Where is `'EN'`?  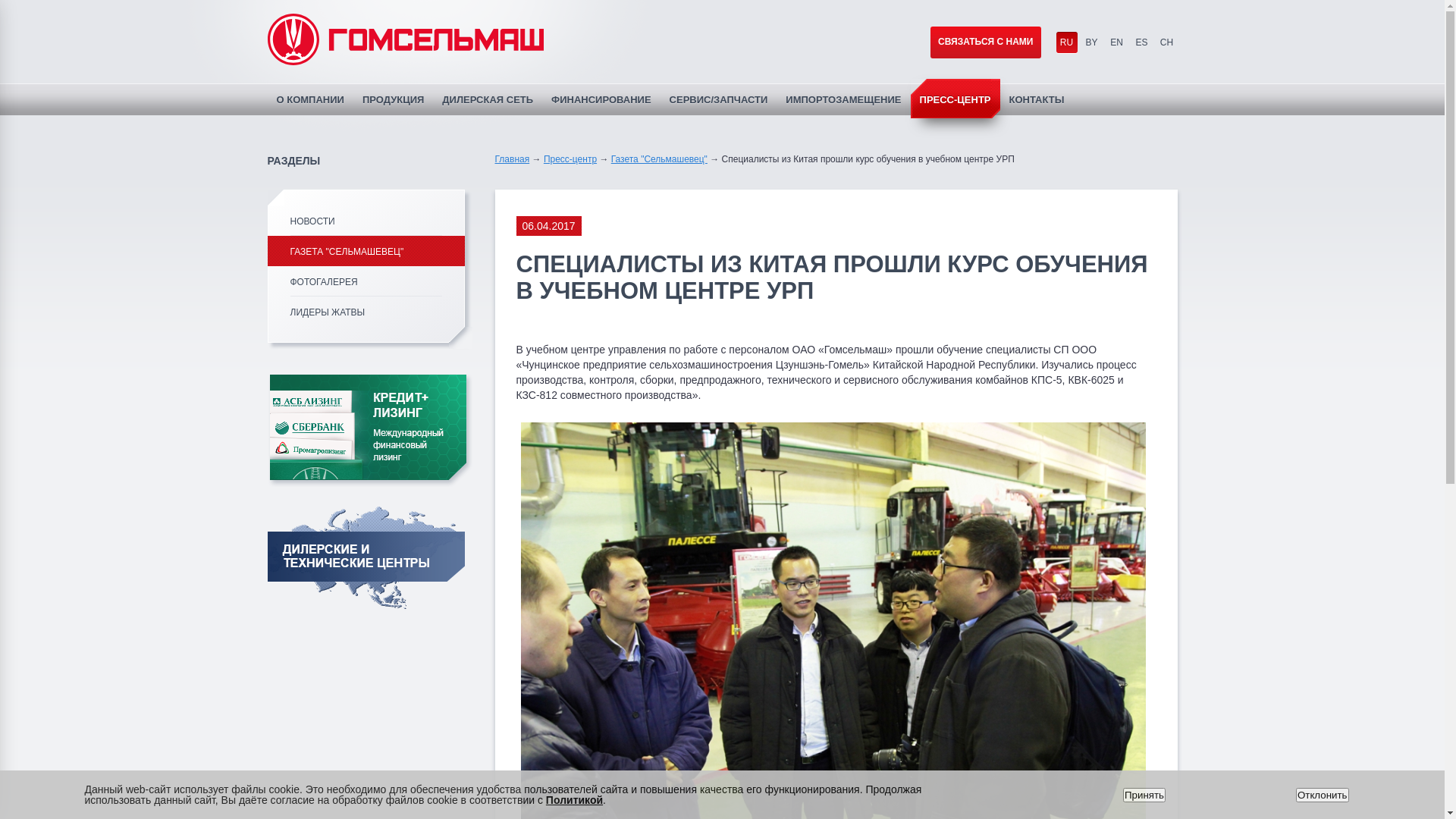
'EN' is located at coordinates (1116, 42).